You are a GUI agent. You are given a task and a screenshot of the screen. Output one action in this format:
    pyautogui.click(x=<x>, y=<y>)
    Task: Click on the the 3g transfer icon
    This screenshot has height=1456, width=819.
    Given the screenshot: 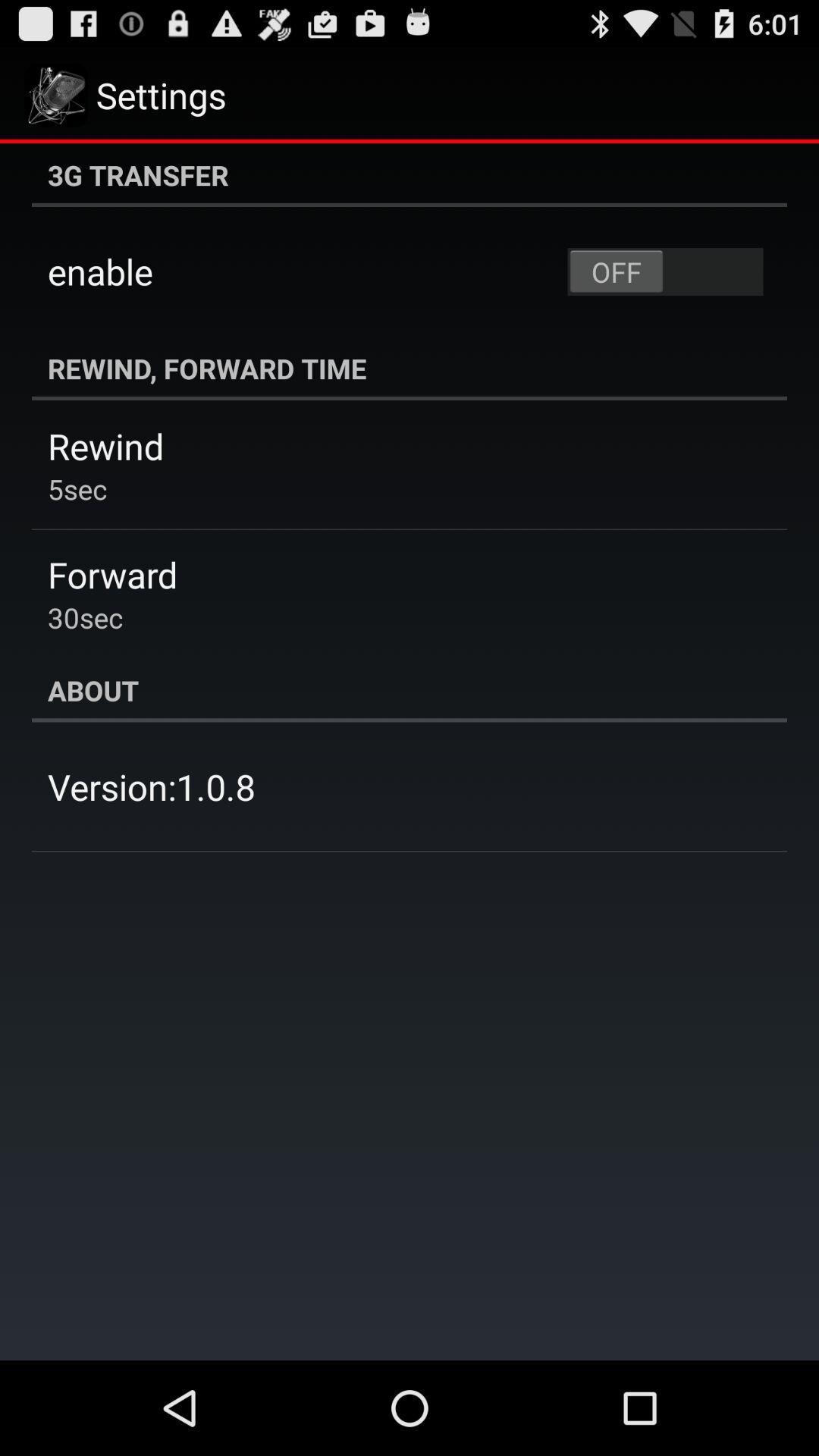 What is the action you would take?
    pyautogui.click(x=409, y=174)
    